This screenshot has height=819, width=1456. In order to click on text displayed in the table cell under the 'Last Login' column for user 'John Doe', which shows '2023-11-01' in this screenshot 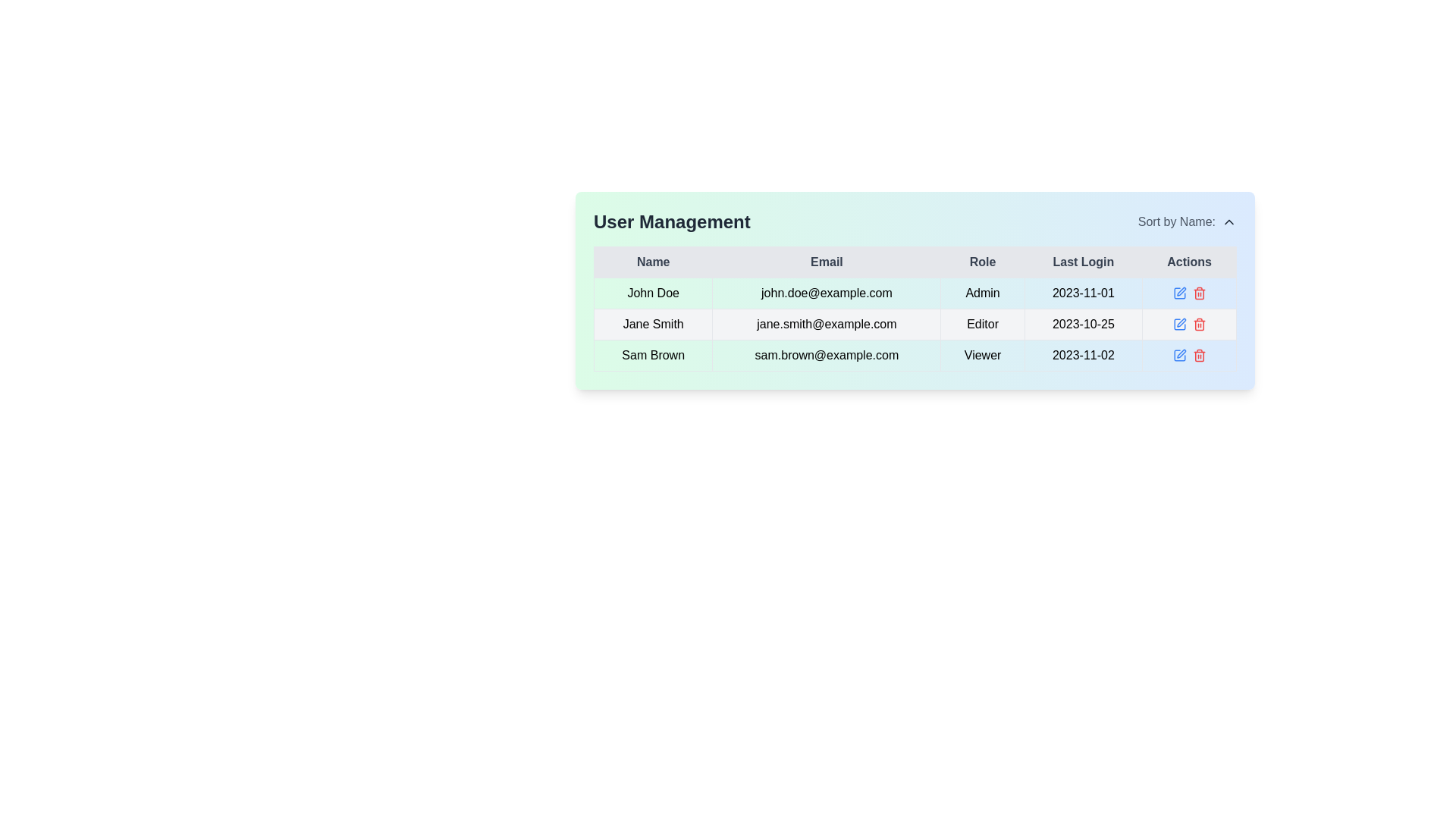, I will do `click(1082, 293)`.